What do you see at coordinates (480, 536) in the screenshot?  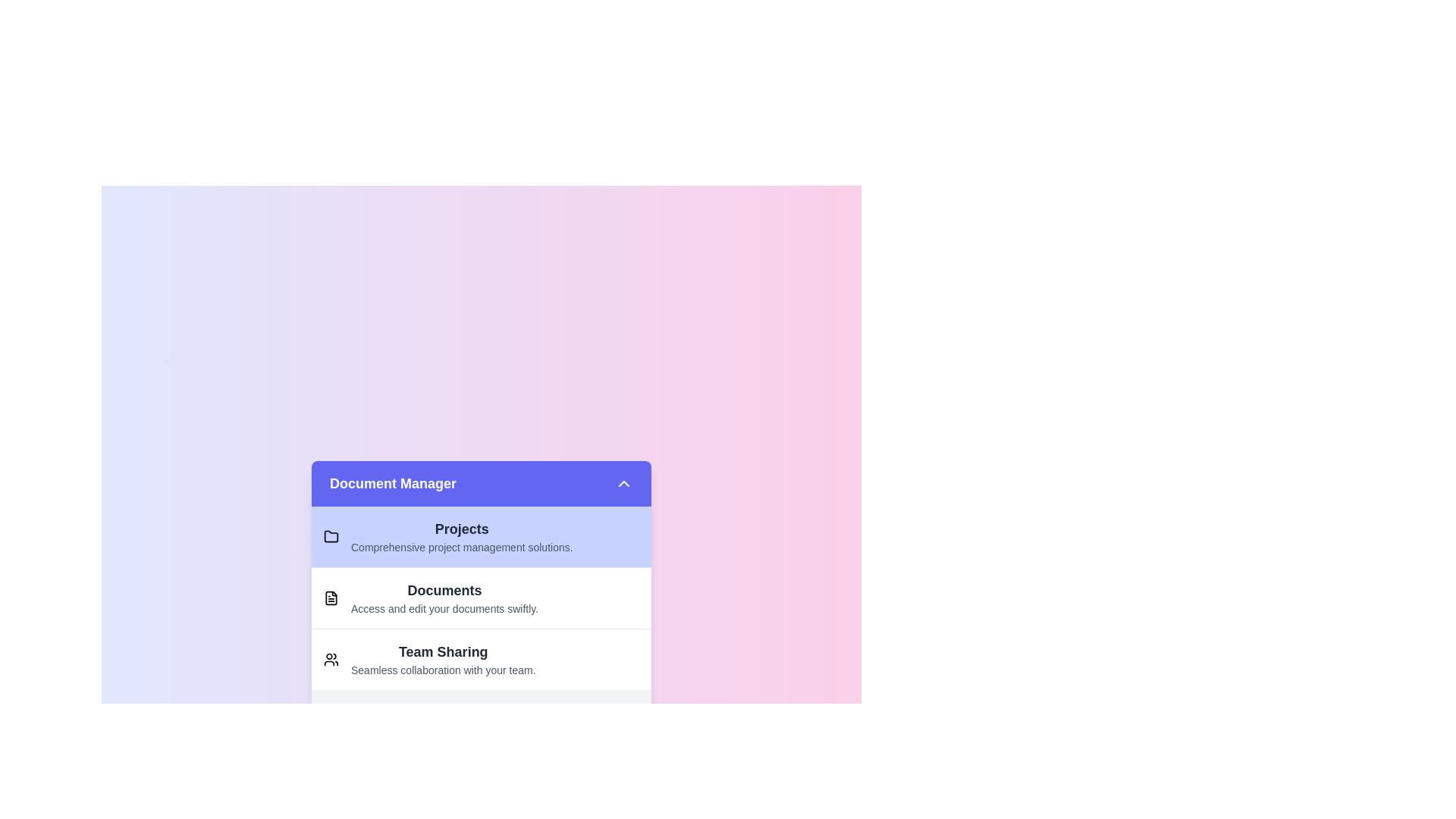 I see `the item Projects in the list to select it` at bounding box center [480, 536].